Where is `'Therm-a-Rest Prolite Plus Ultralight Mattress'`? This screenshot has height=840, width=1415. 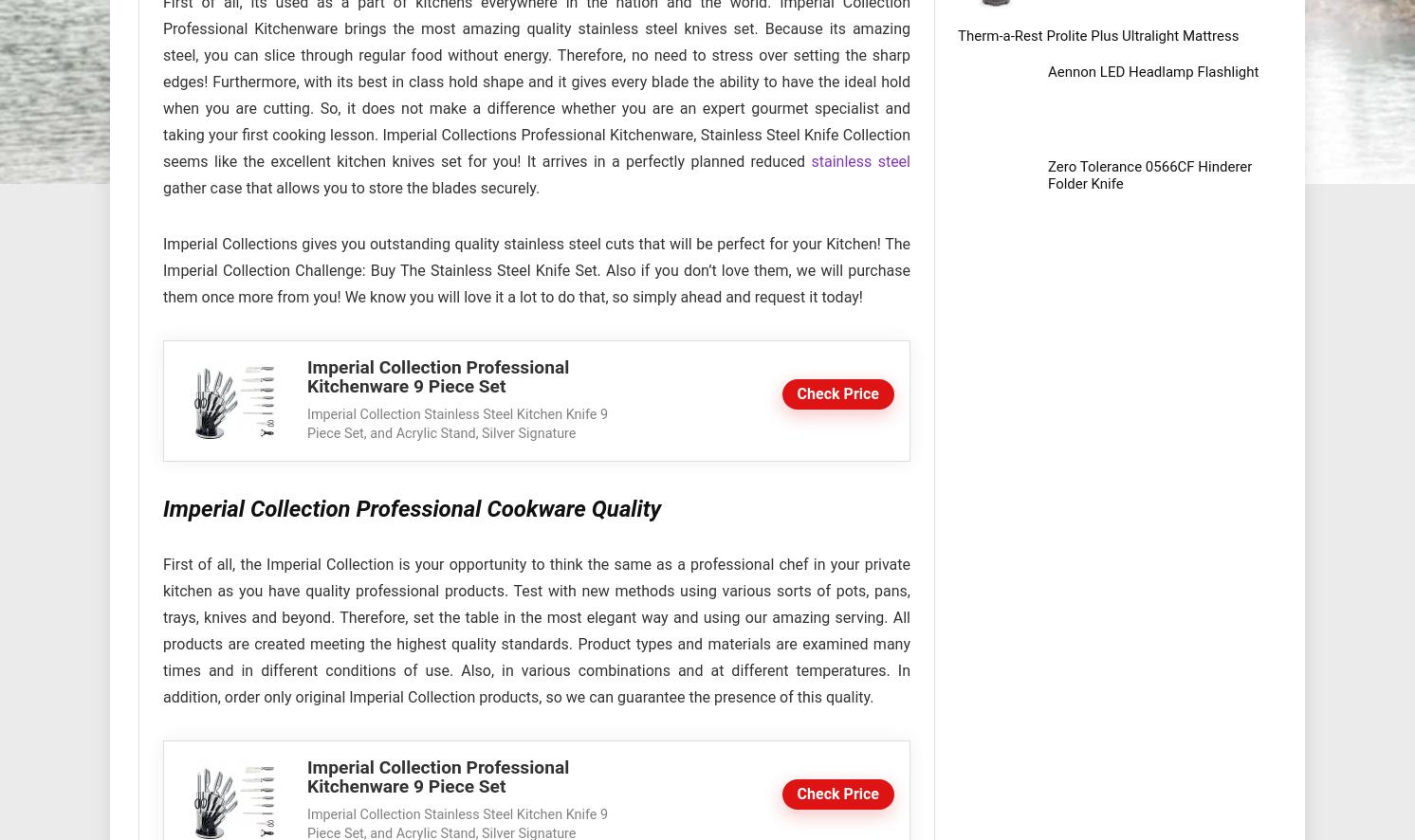
'Therm-a-Rest Prolite Plus Ultralight Mattress' is located at coordinates (956, 35).